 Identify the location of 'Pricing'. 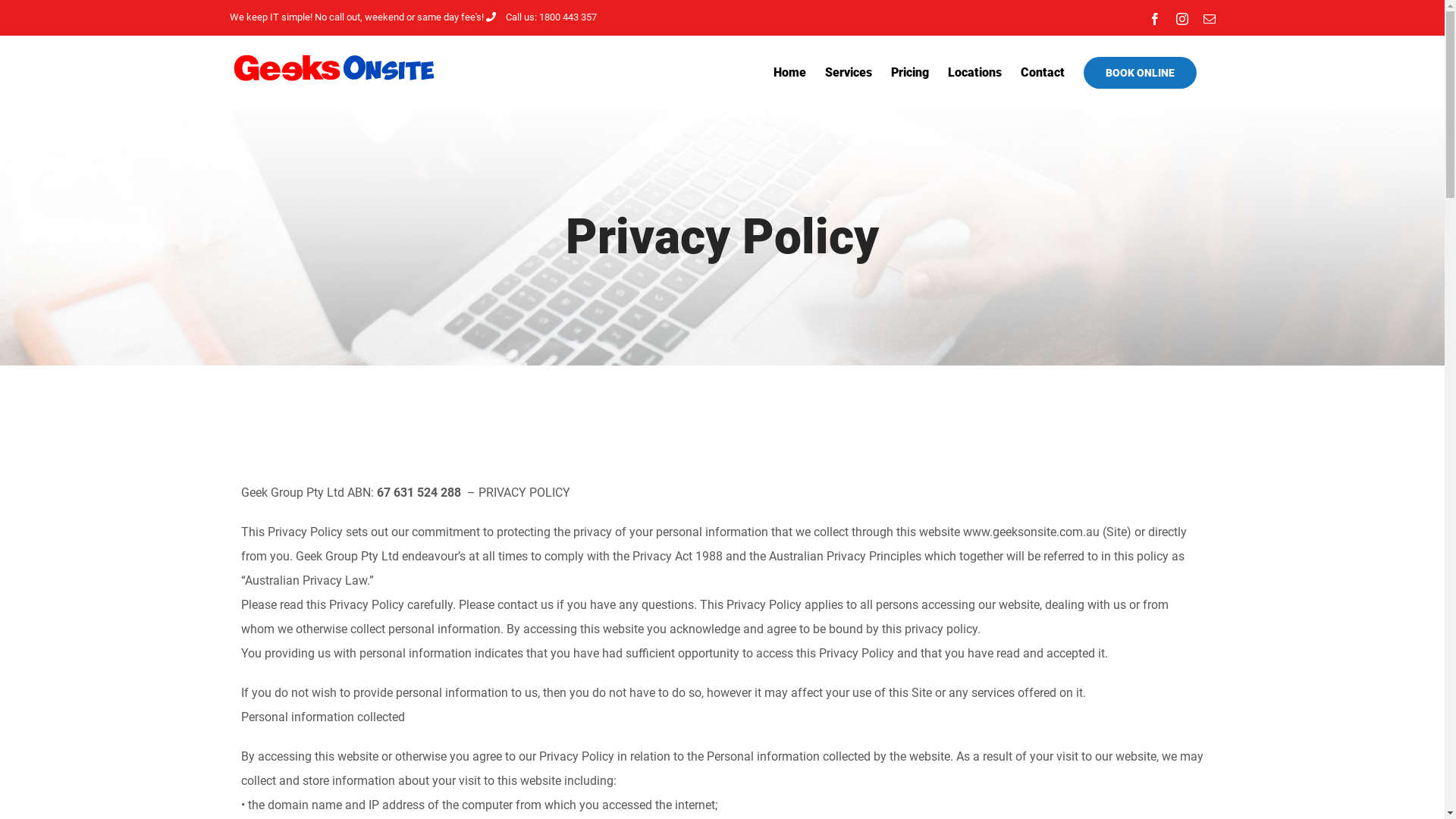
(909, 72).